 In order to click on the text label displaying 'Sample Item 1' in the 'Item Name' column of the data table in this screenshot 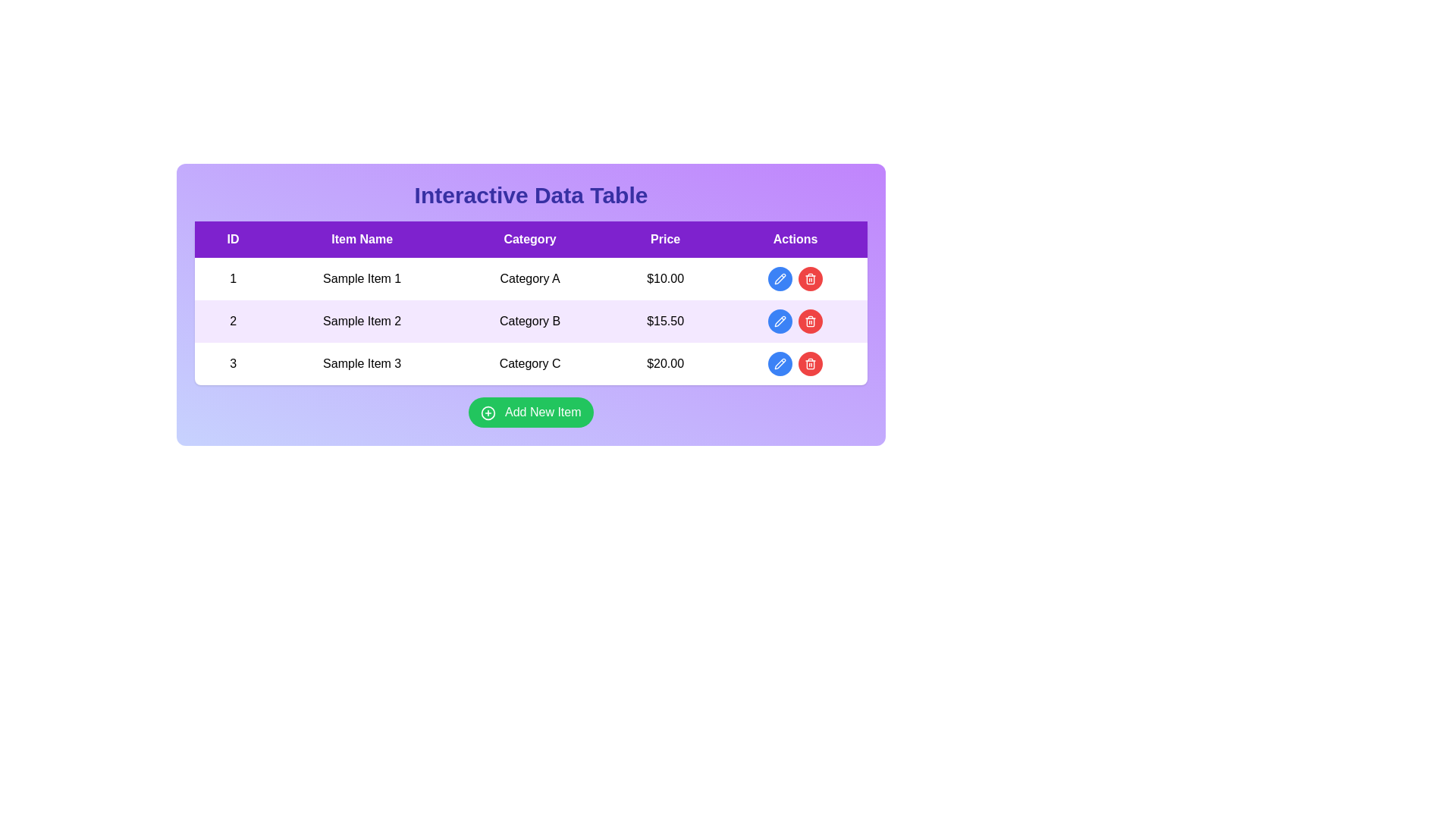, I will do `click(361, 278)`.